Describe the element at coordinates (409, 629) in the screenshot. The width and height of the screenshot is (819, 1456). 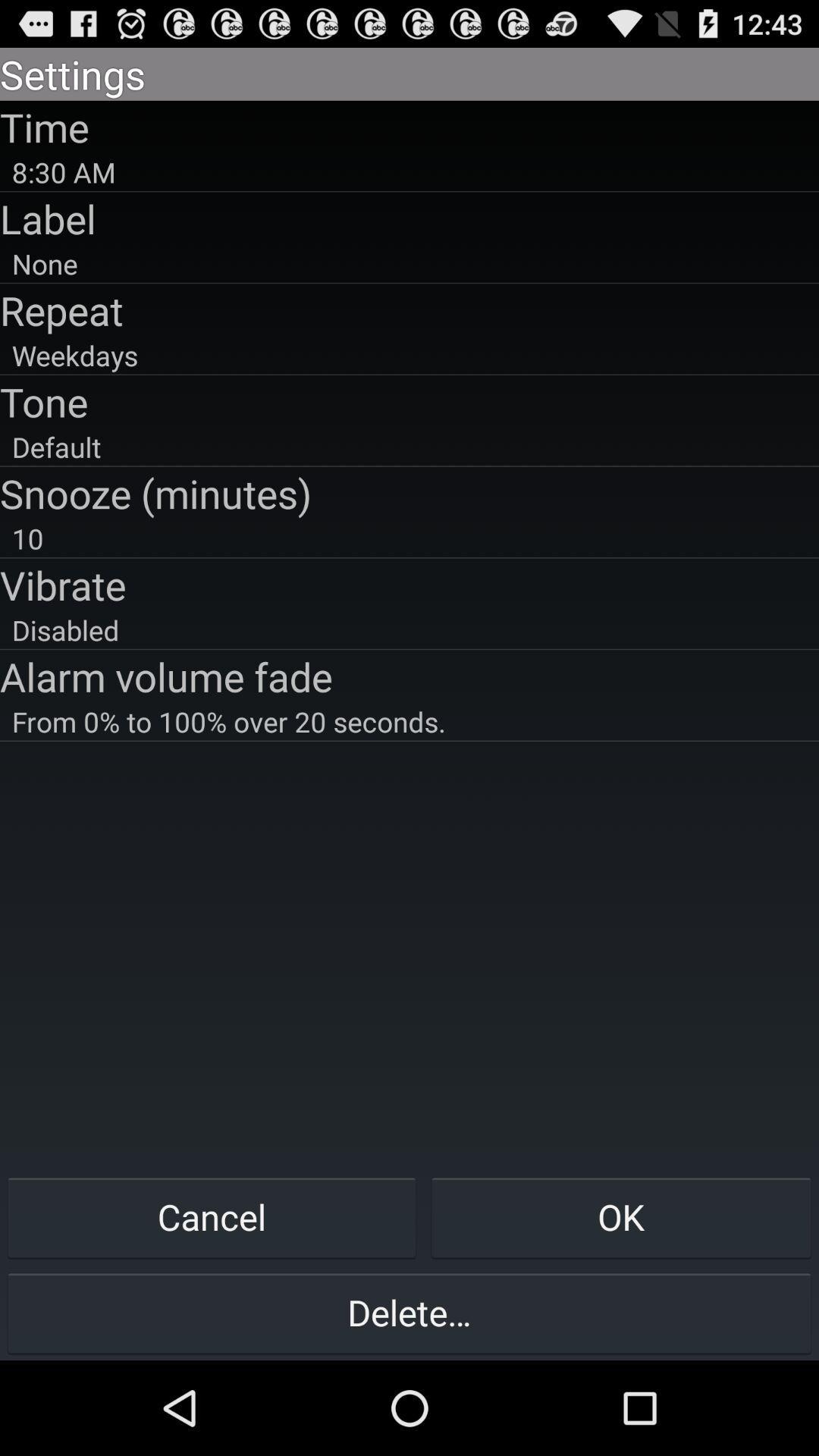
I see `the icon above the alarm volume fade` at that location.